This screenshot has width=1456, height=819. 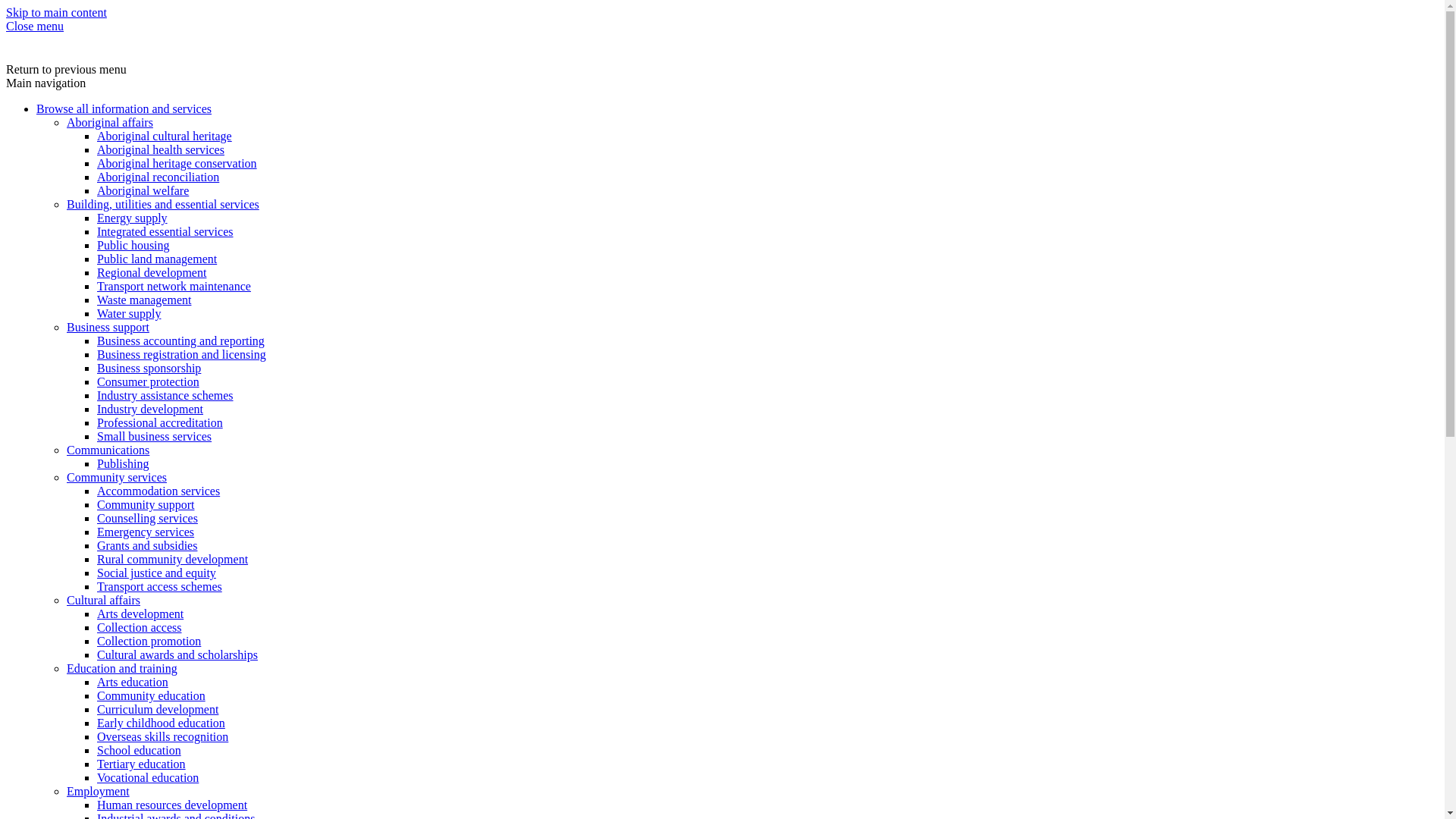 What do you see at coordinates (144, 300) in the screenshot?
I see `'Waste management'` at bounding box center [144, 300].